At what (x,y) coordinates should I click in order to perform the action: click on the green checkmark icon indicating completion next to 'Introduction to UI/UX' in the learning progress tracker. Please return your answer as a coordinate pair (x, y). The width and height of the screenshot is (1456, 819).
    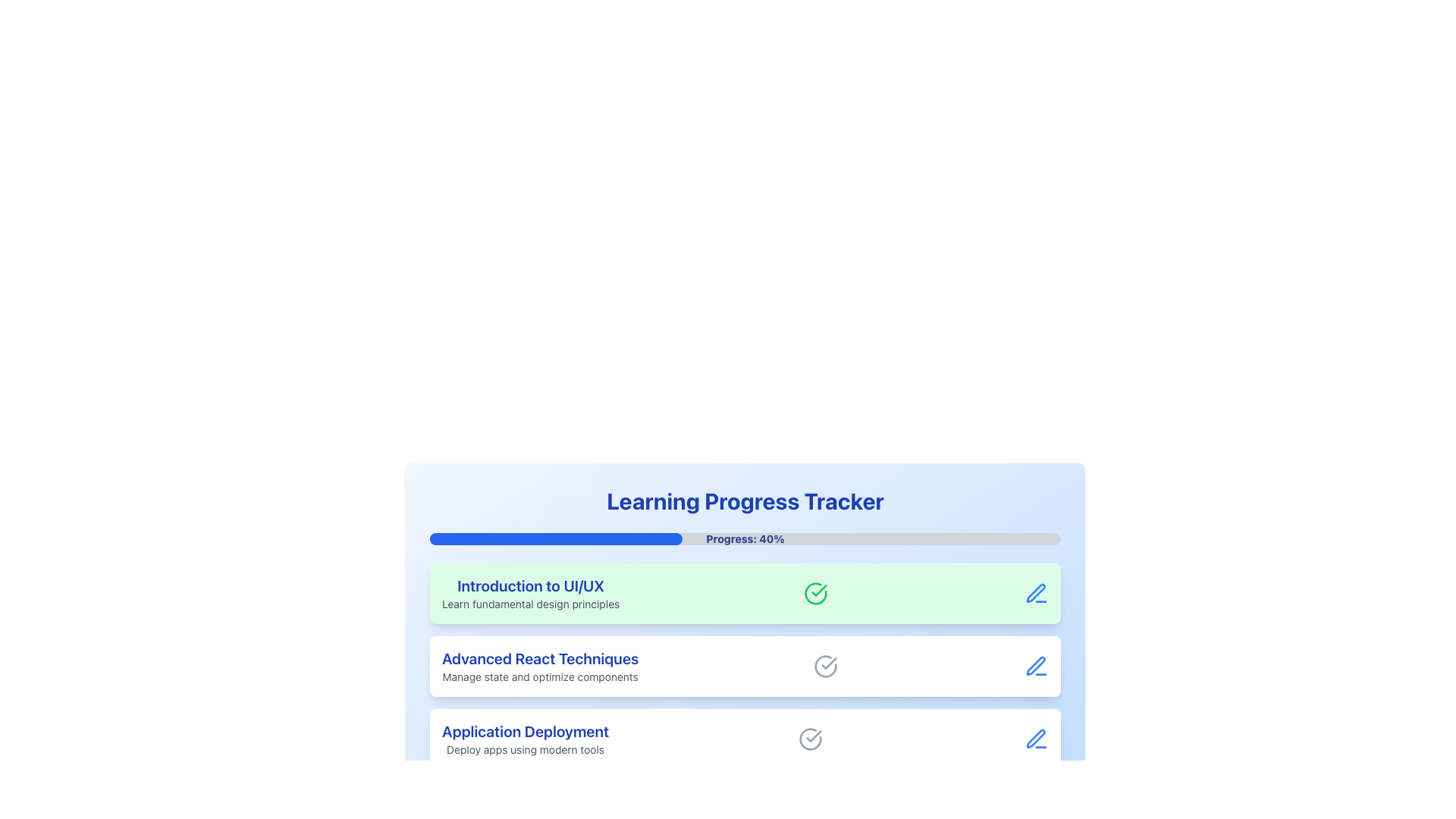
    Looking at the image, I should click on (828, 663).